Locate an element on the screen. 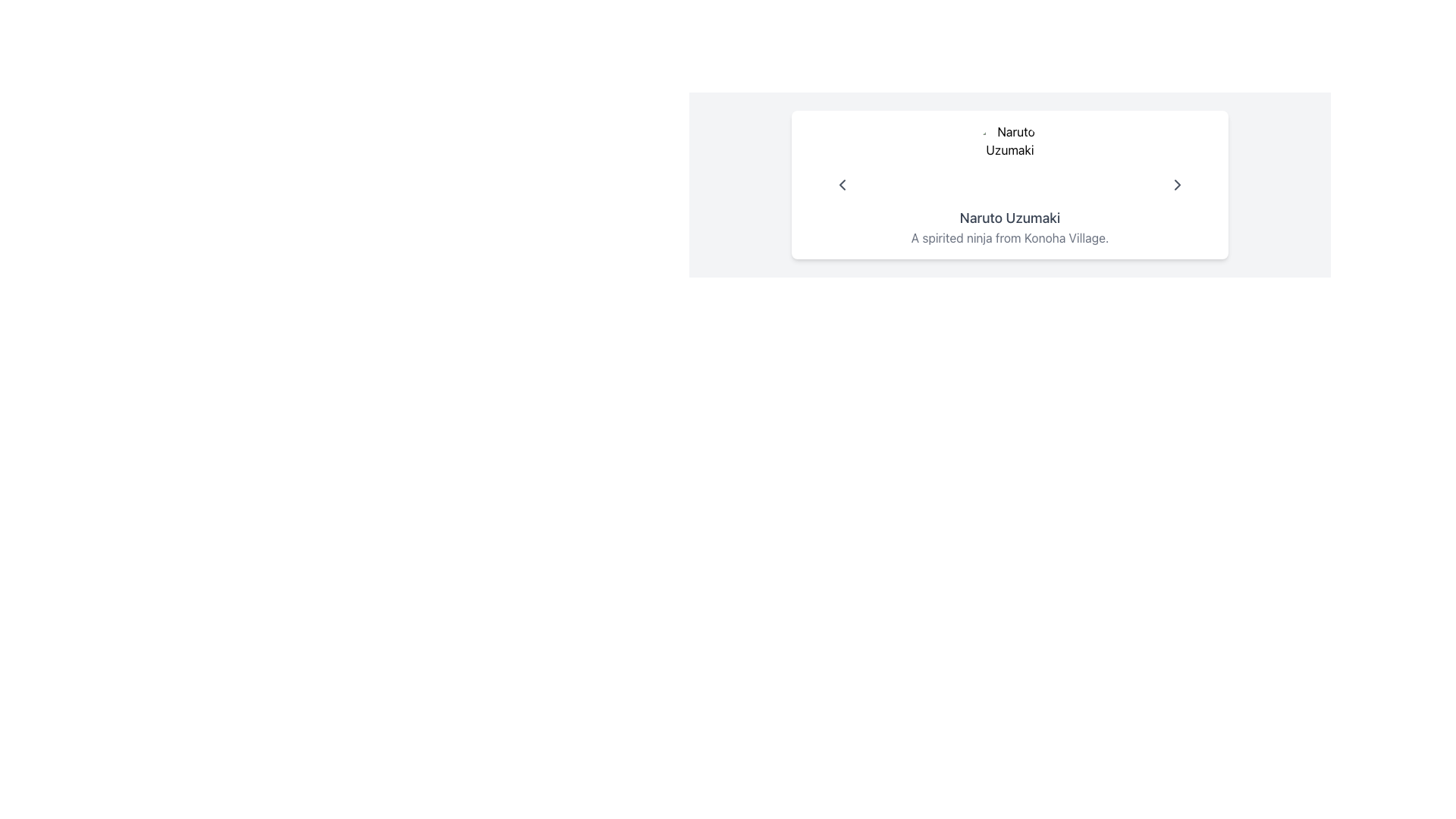 The height and width of the screenshot is (819, 1456). the textual description in gray font reading 'A spirited ninja from Konoha Village.' which is located below the title 'Naruto Uzumaki.' is located at coordinates (1009, 237).